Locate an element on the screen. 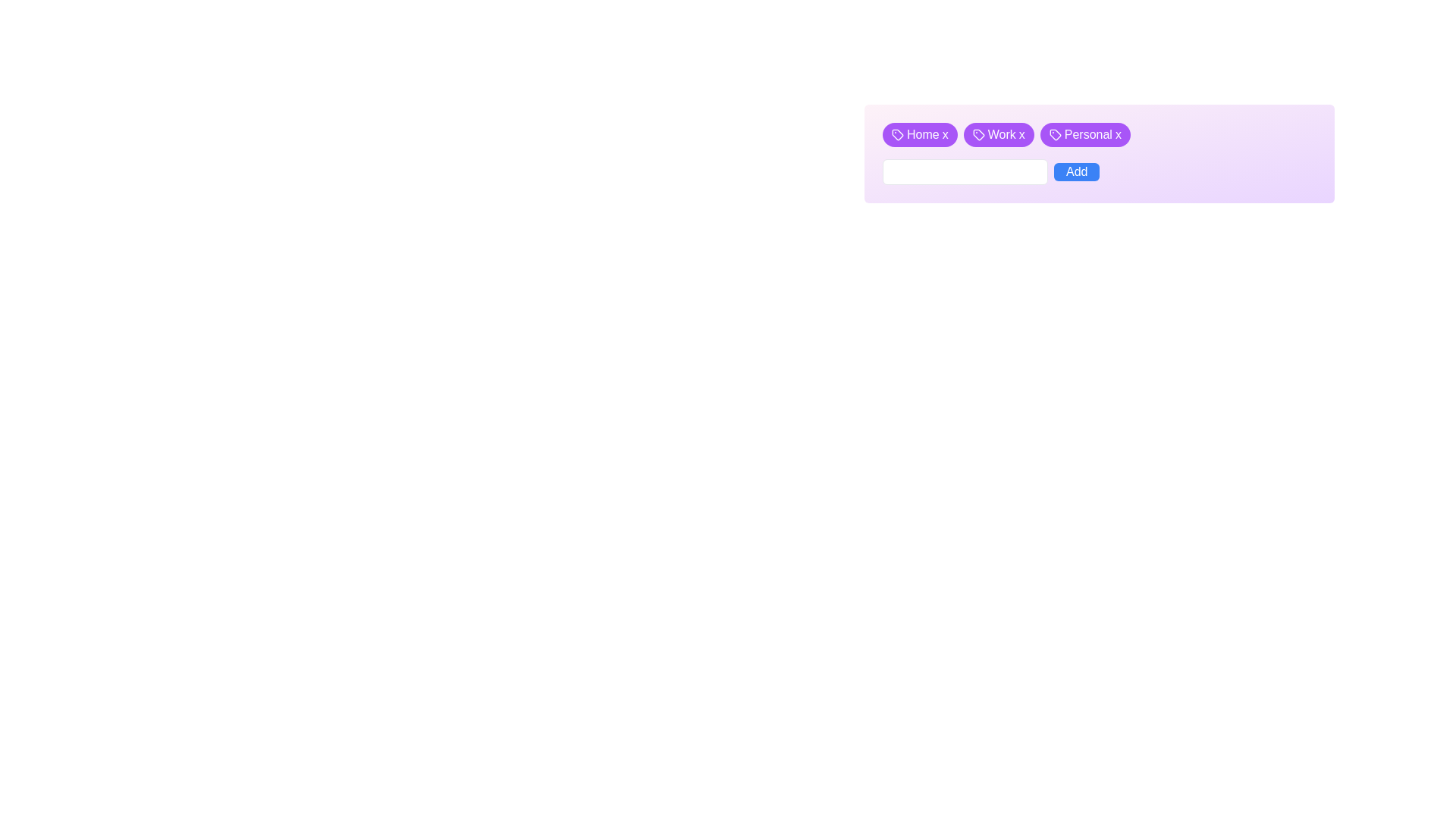 Image resolution: width=1456 pixels, height=819 pixels. the second tag in the horizontal list of tags located in the upper-left area of the interface is located at coordinates (999, 133).